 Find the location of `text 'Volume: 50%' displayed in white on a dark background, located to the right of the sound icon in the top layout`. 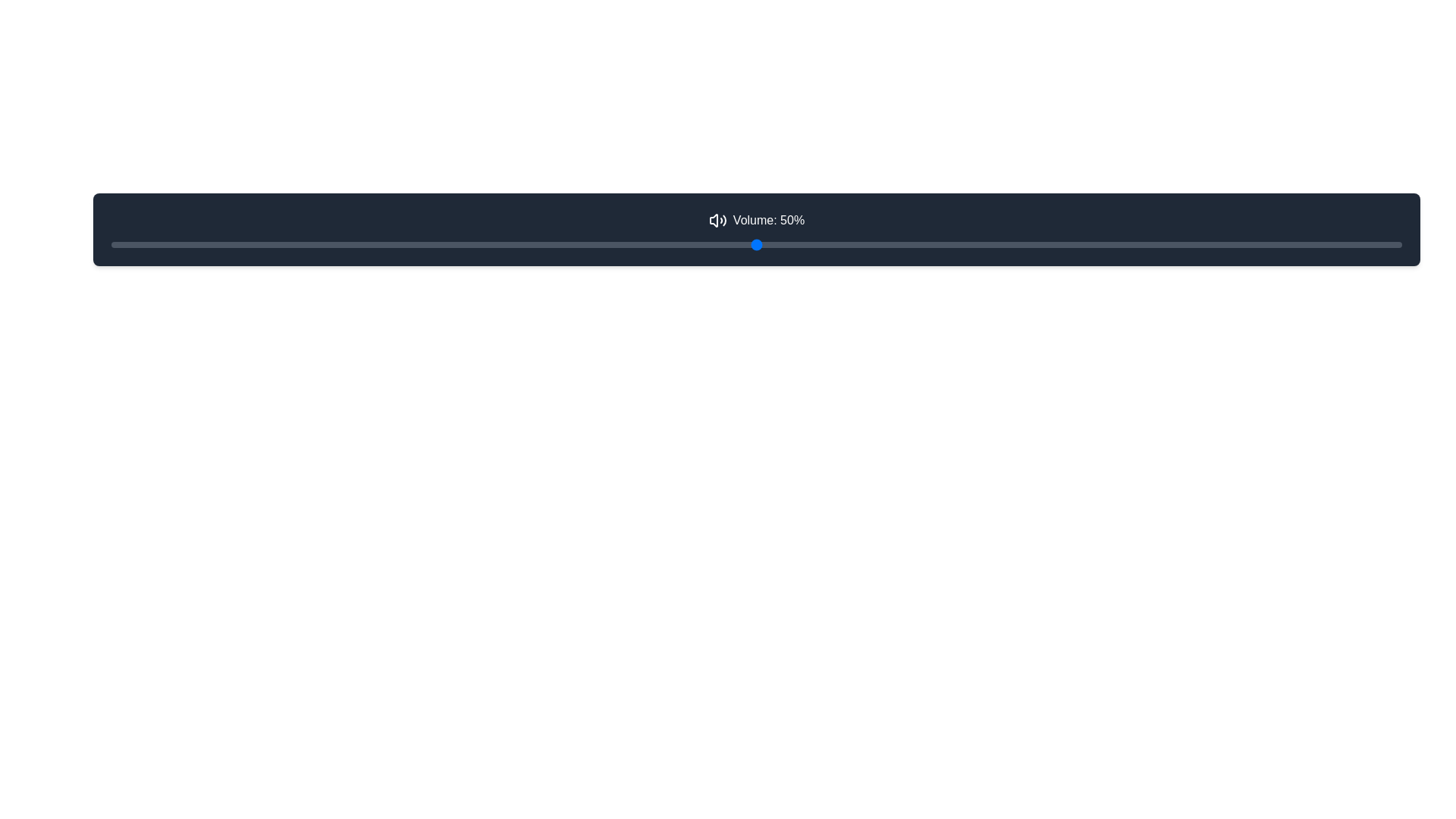

text 'Volume: 50%' displayed in white on a dark background, located to the right of the sound icon in the top layout is located at coordinates (768, 220).